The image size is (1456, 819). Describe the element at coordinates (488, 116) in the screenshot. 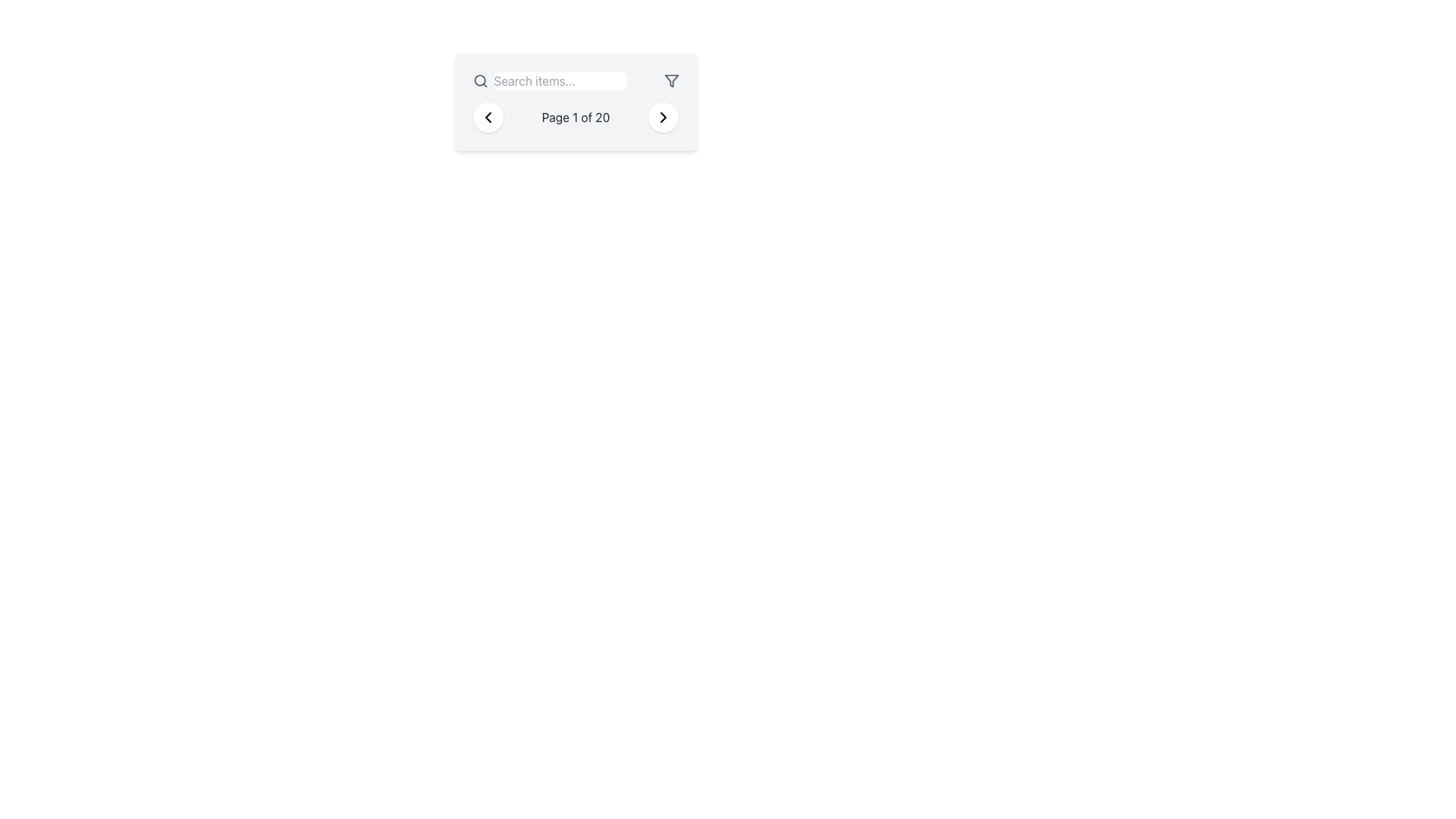

I see `the navigation icon button located in the center of the navigation bar` at that location.